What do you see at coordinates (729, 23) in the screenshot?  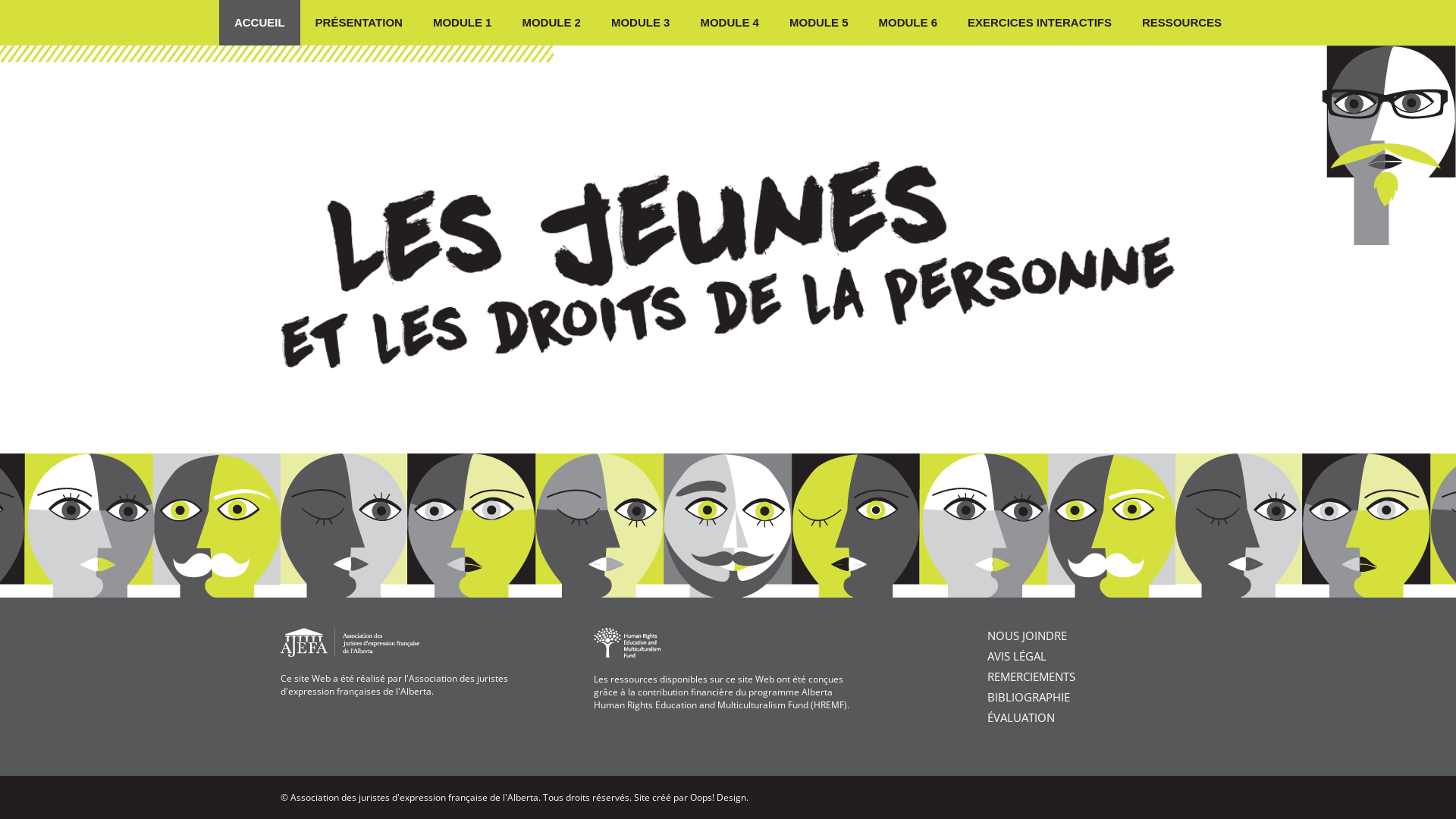 I see `'MODULE 4'` at bounding box center [729, 23].